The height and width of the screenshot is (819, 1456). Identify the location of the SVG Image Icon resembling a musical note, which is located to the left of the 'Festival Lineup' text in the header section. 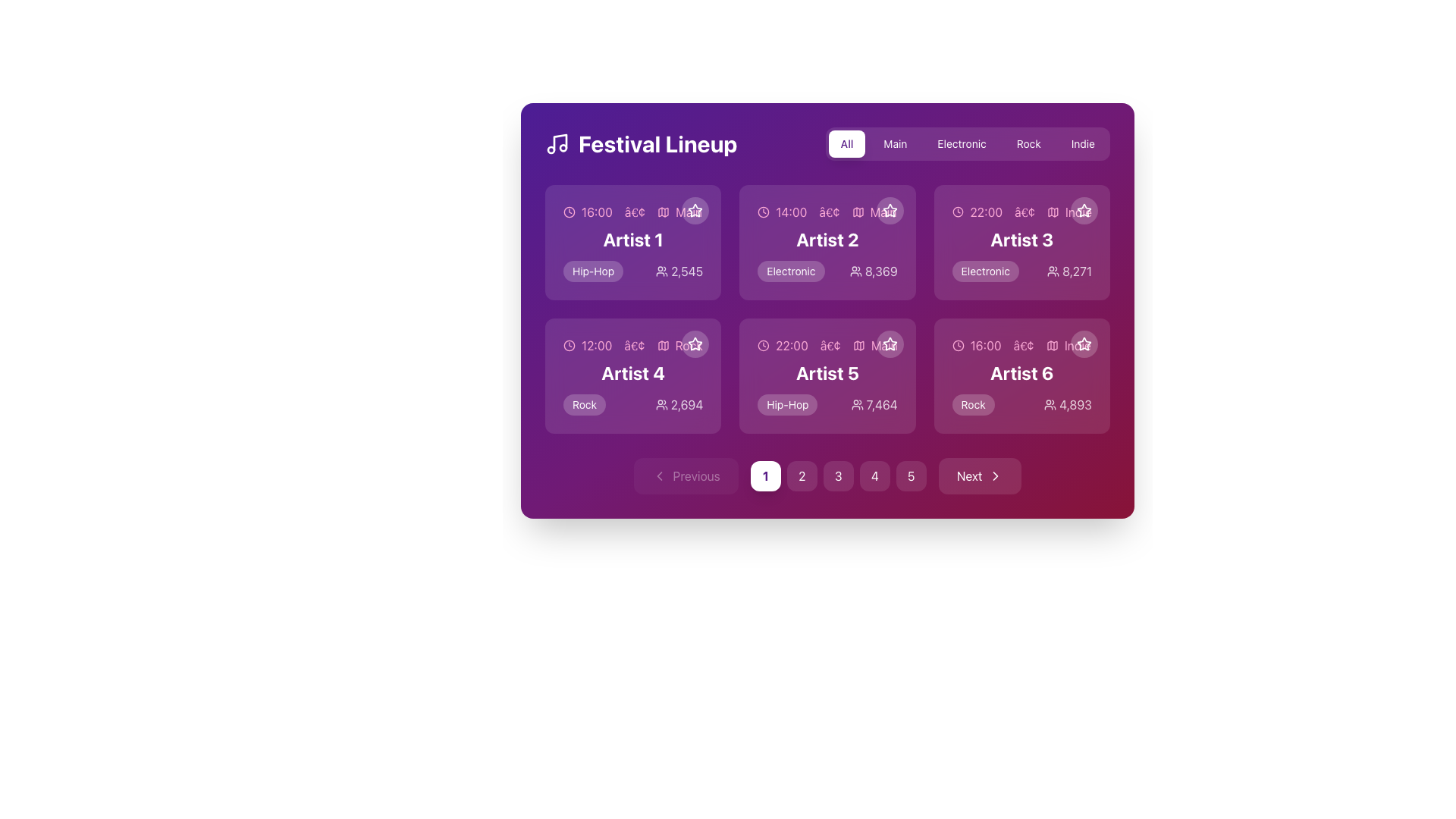
(560, 143).